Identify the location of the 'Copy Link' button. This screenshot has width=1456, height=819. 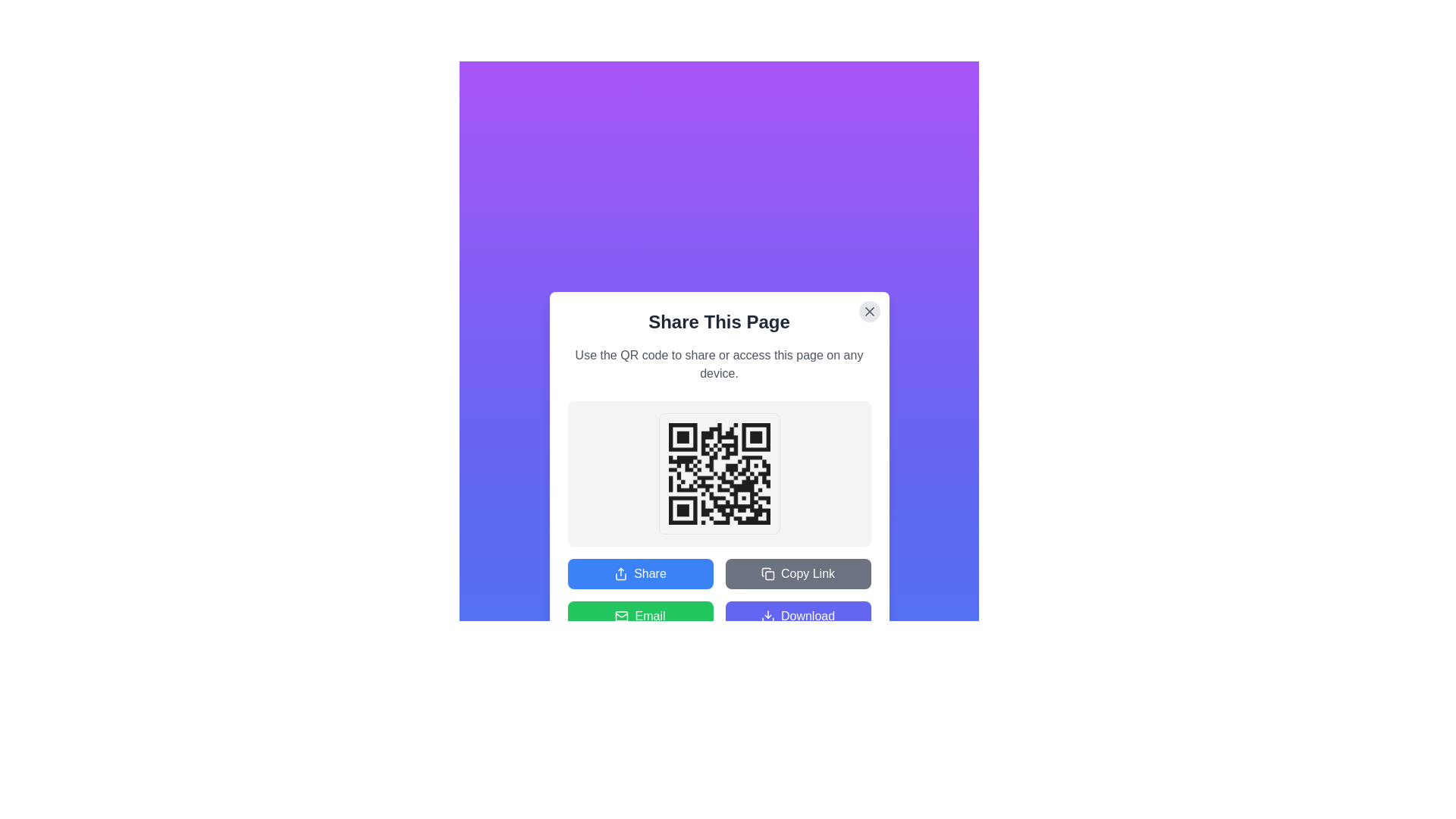
(797, 573).